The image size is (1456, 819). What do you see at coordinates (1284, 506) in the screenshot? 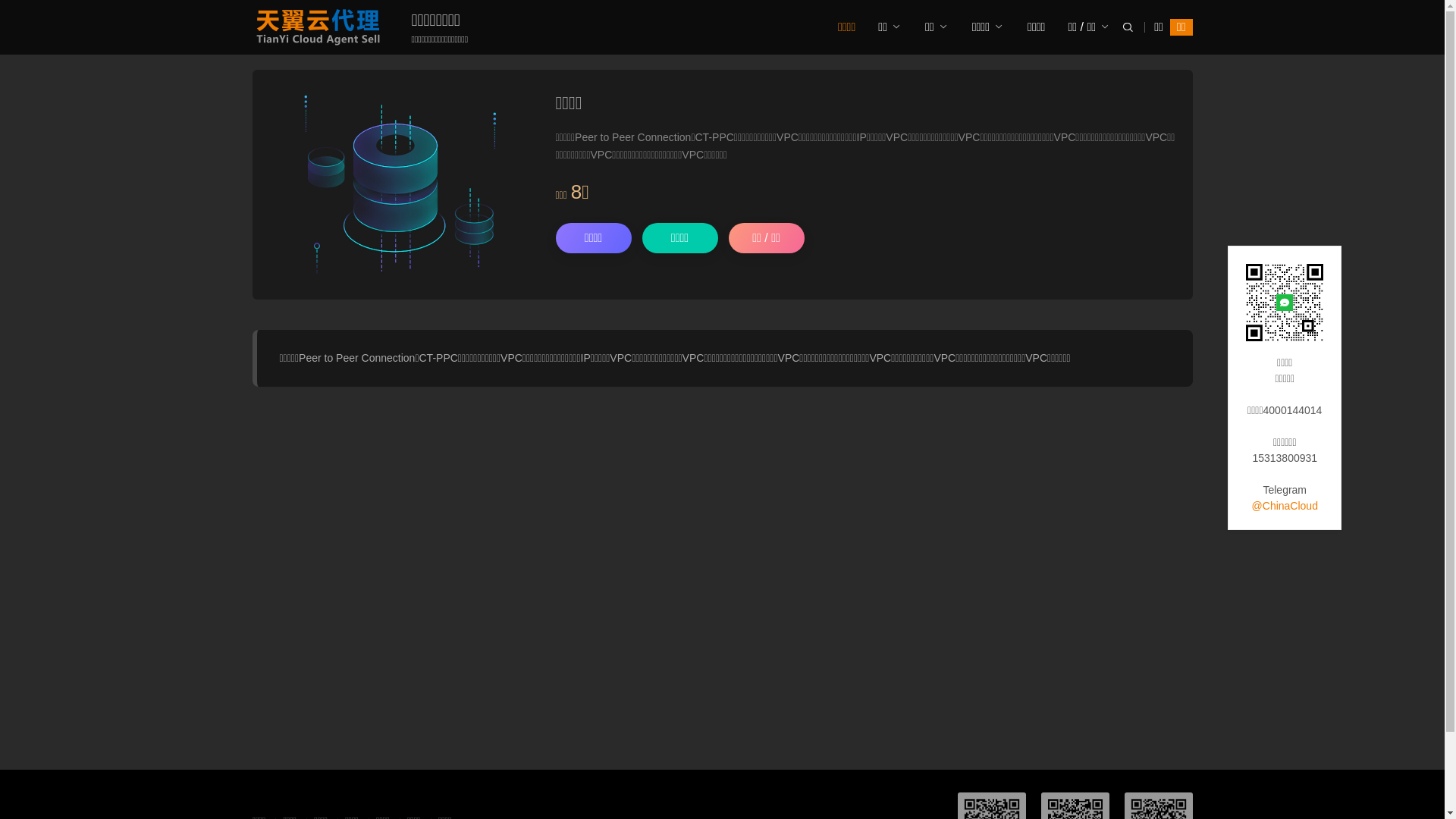
I see `'@ChinaCloud'` at bounding box center [1284, 506].